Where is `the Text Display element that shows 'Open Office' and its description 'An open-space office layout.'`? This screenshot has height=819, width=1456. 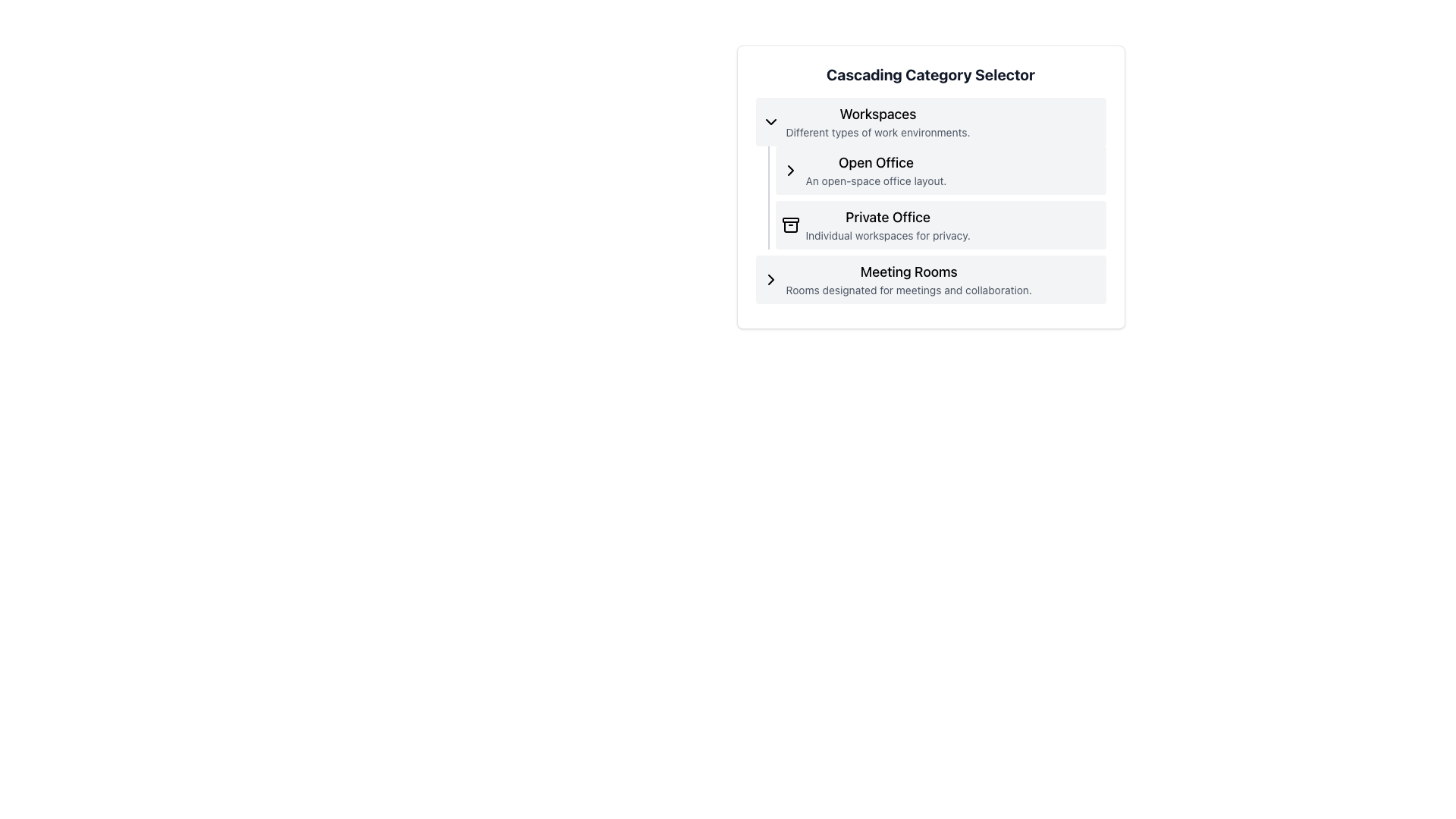 the Text Display element that shows 'Open Office' and its description 'An open-space office layout.' is located at coordinates (876, 170).